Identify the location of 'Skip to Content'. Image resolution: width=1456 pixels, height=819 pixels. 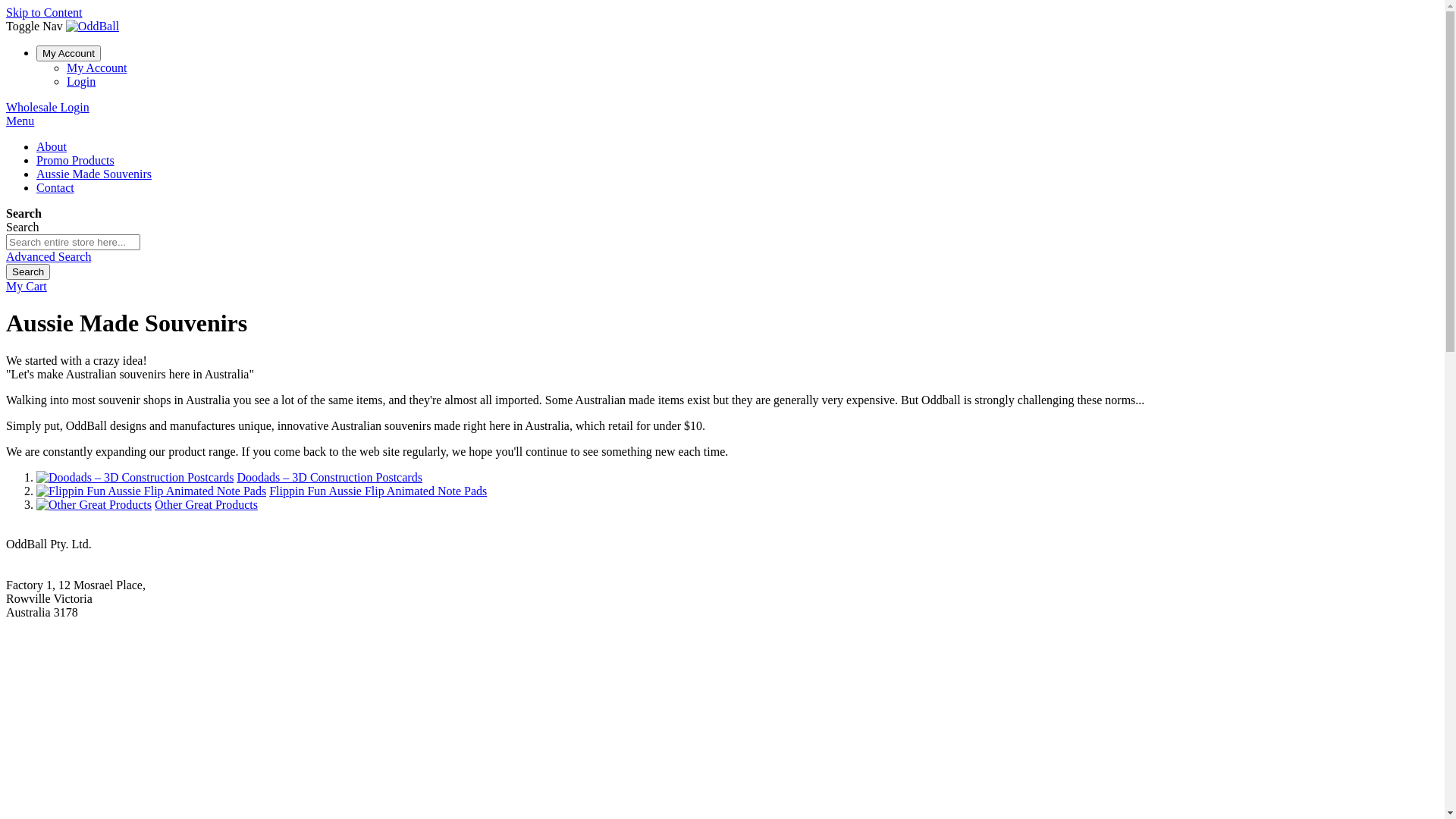
(43, 12).